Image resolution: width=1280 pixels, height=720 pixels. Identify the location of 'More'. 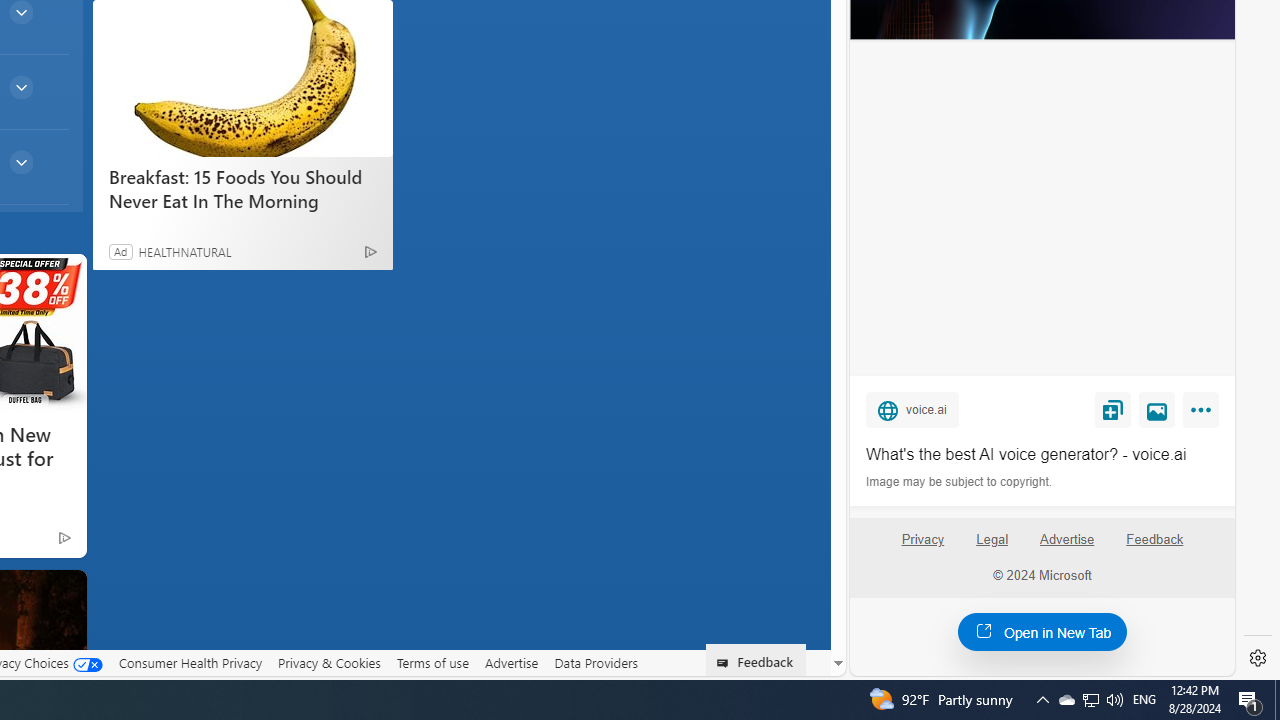
(1203, 412).